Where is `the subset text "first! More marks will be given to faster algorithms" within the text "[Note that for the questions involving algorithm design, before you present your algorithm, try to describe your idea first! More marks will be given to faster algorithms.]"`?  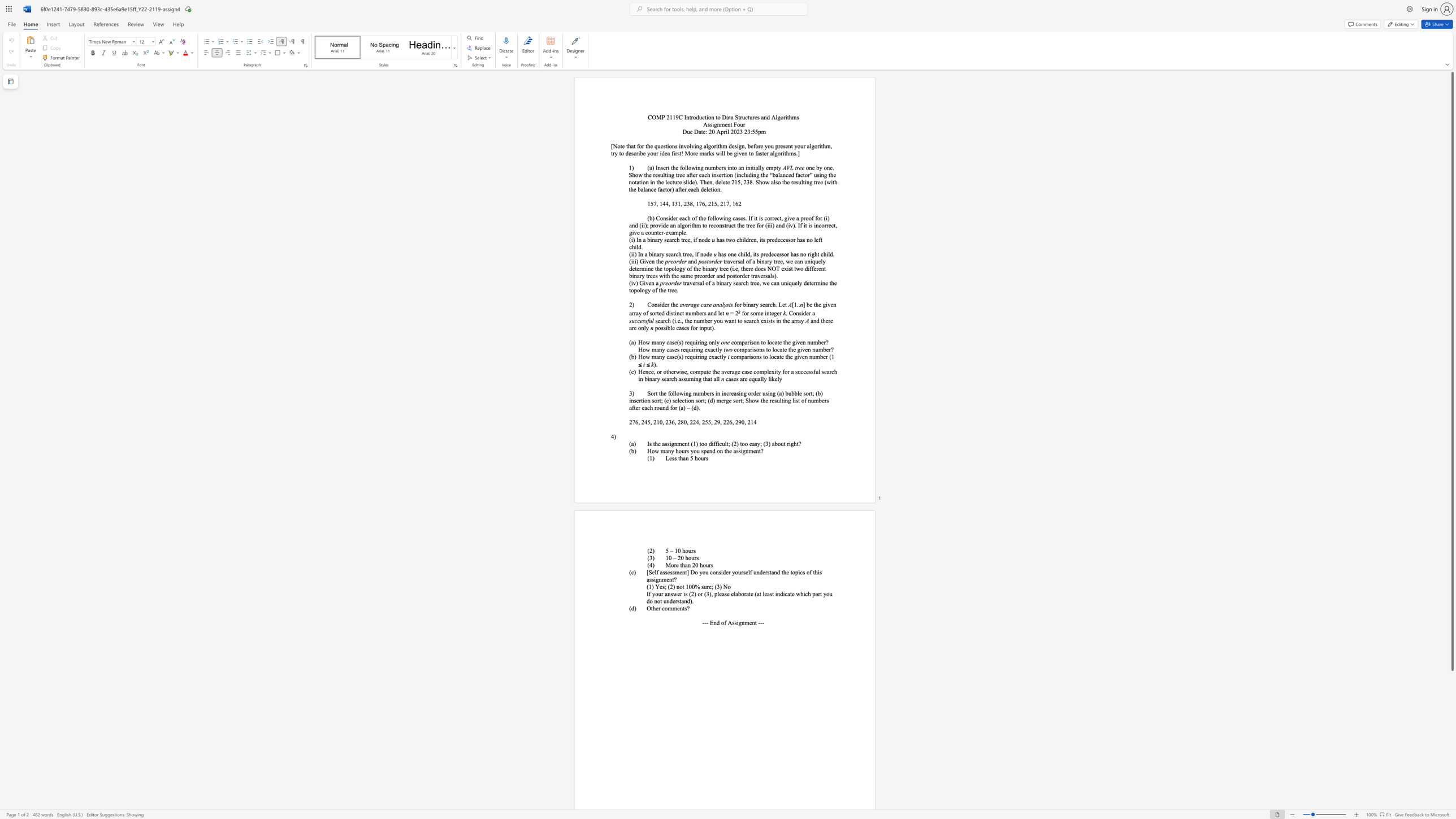
the subset text "first! More marks will be given to faster algorithms" within the text "[Note that for the questions involving algorithm design, before you present your algorithm, try to describe your idea first! More marks will be given to faster algorithms.]" is located at coordinates (671, 153).